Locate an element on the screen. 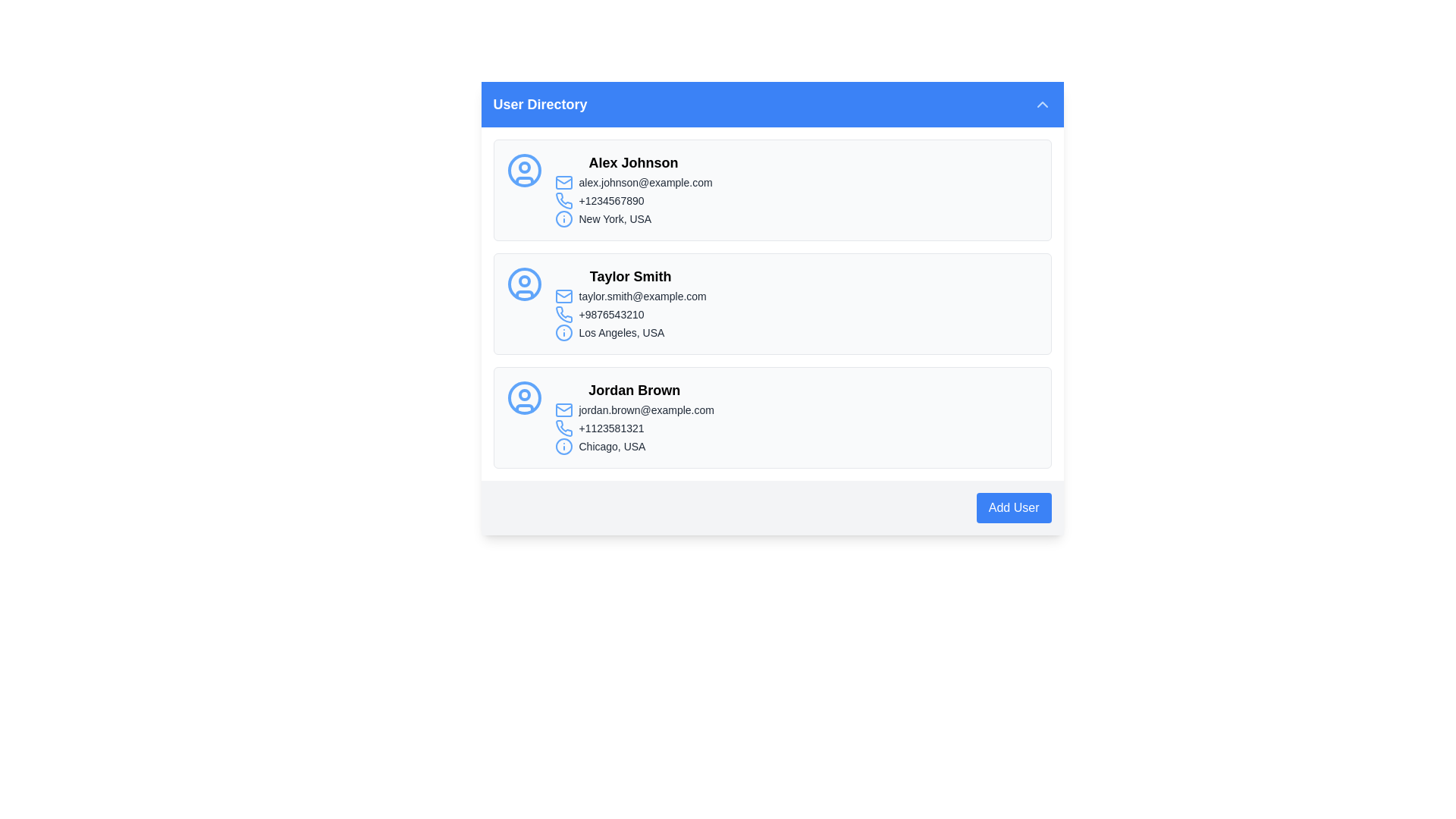 The image size is (1456, 819). the SVG graphic segment of the envelope icon associated with the user 'Alex Johnson' in the User Directory panel is located at coordinates (563, 181).